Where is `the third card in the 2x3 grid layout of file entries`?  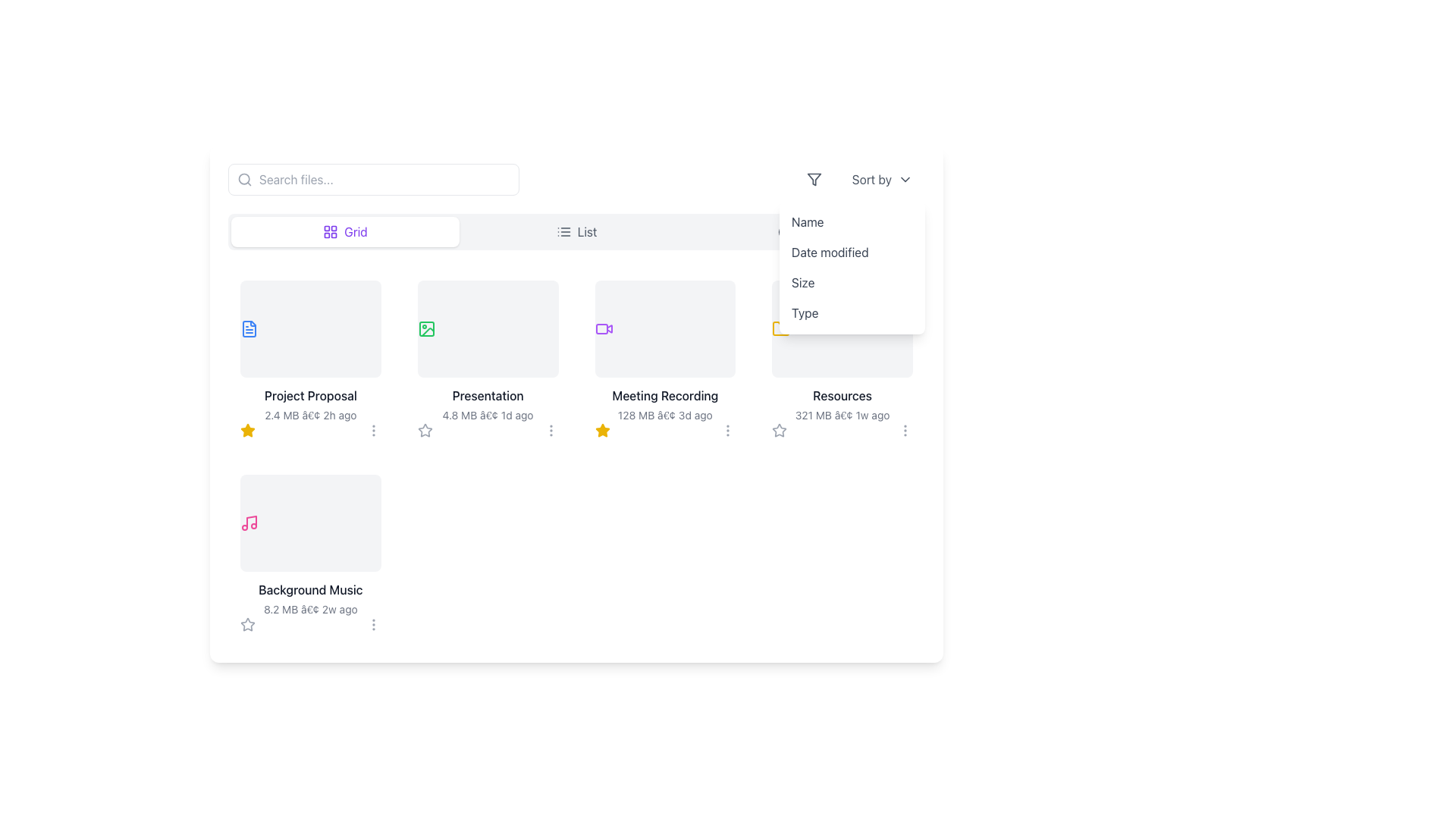
the third card in the 2x3 grid layout of file entries is located at coordinates (665, 359).